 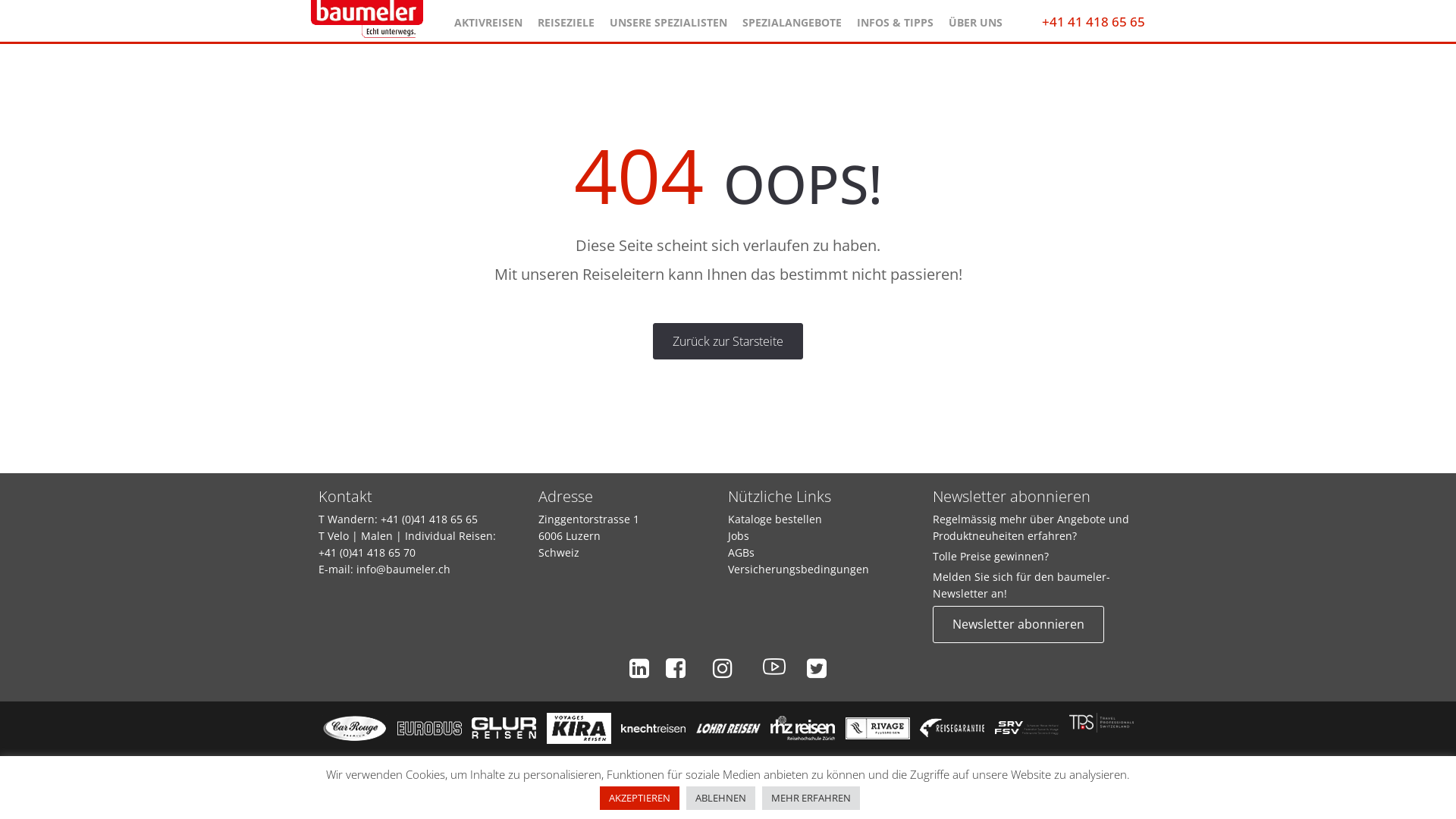 What do you see at coordinates (728, 518) in the screenshot?
I see `'Kataloge bestellen'` at bounding box center [728, 518].